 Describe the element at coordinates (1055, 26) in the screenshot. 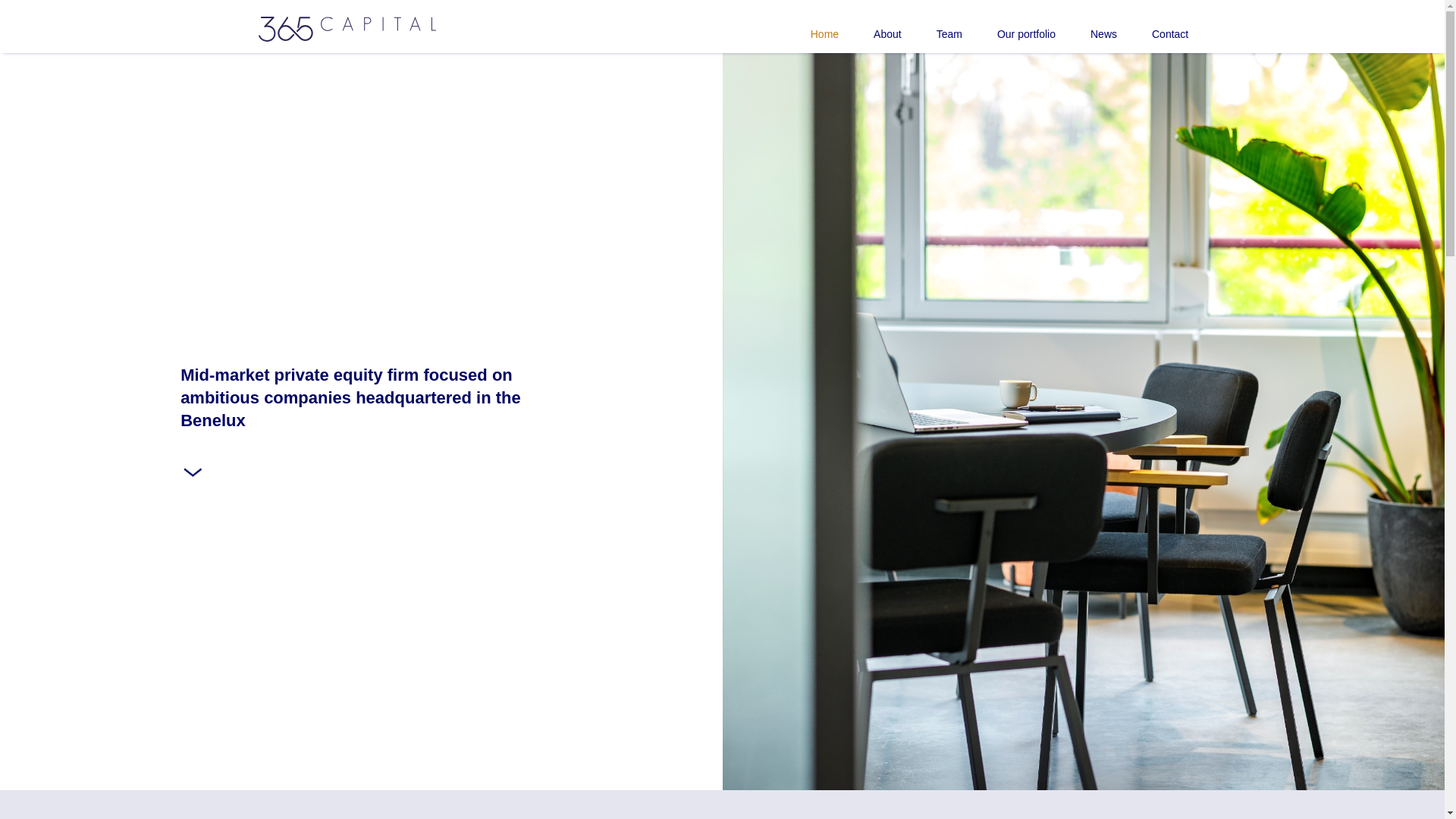

I see `'News'` at that location.